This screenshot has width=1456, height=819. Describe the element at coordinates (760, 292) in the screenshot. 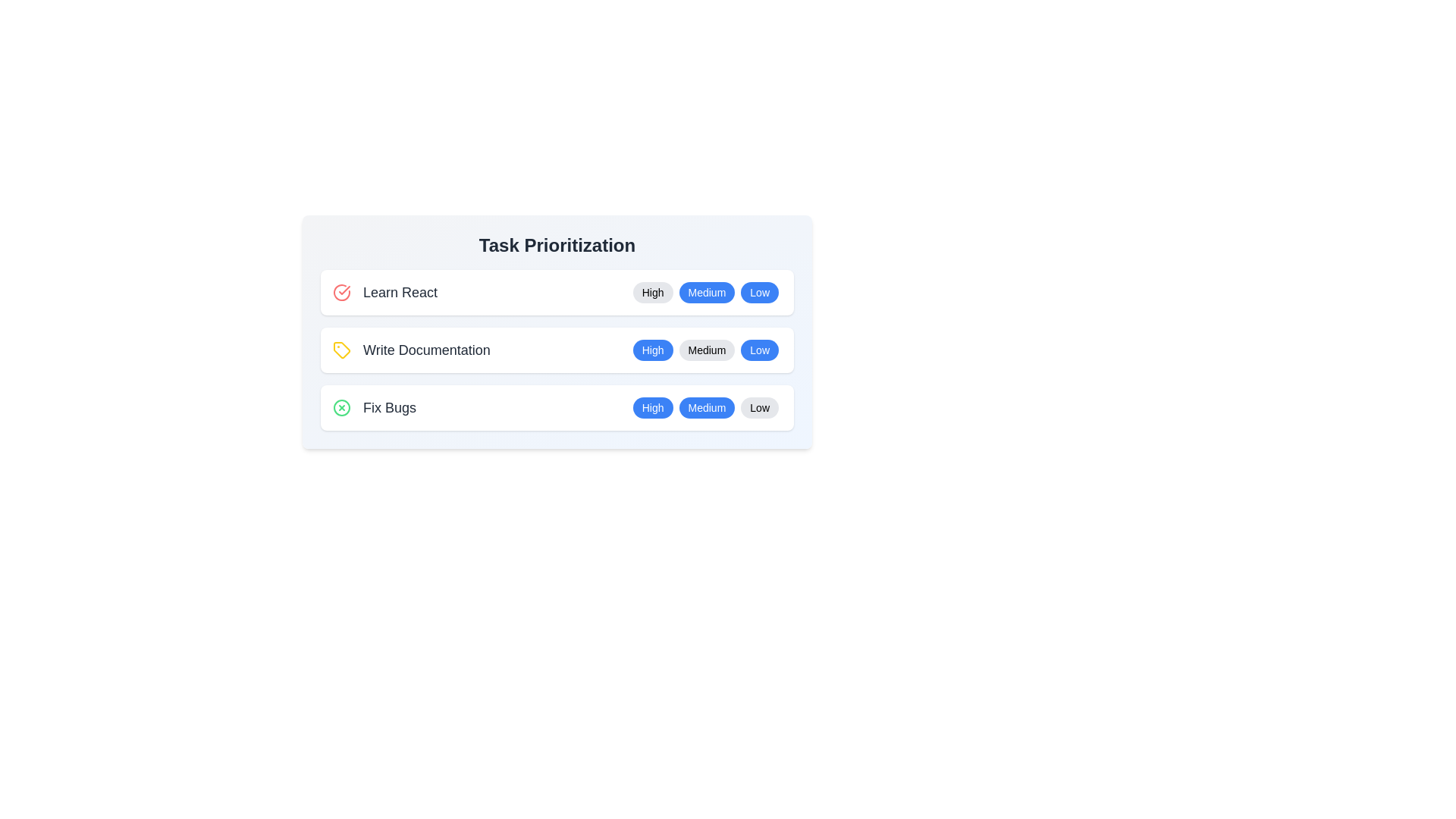

I see `the priority Low for the task Learn React` at that location.